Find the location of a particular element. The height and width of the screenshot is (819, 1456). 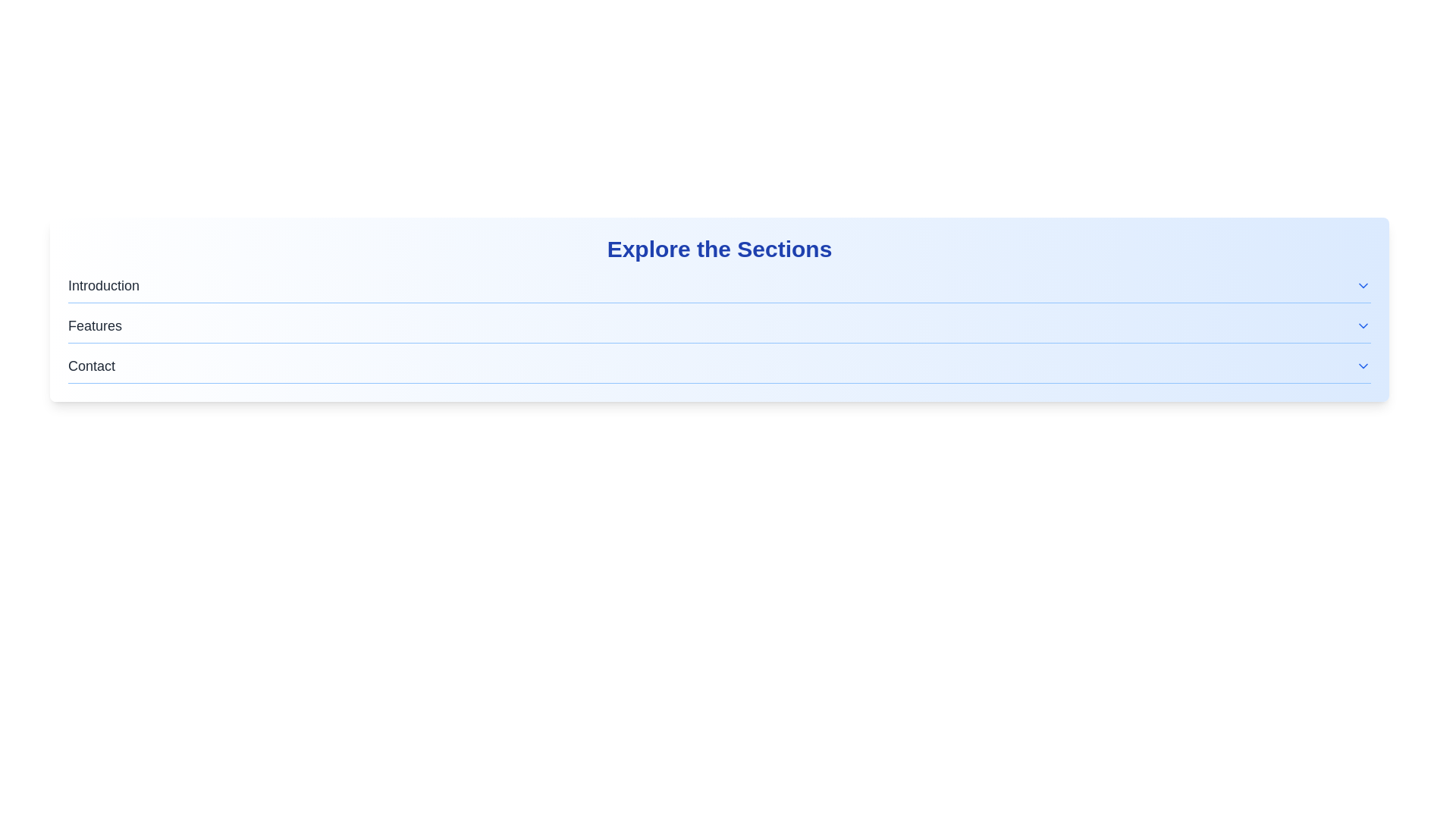

the Chevron Icon located at the end of the 'Contact' row in the dropdown menu is located at coordinates (1363, 366).